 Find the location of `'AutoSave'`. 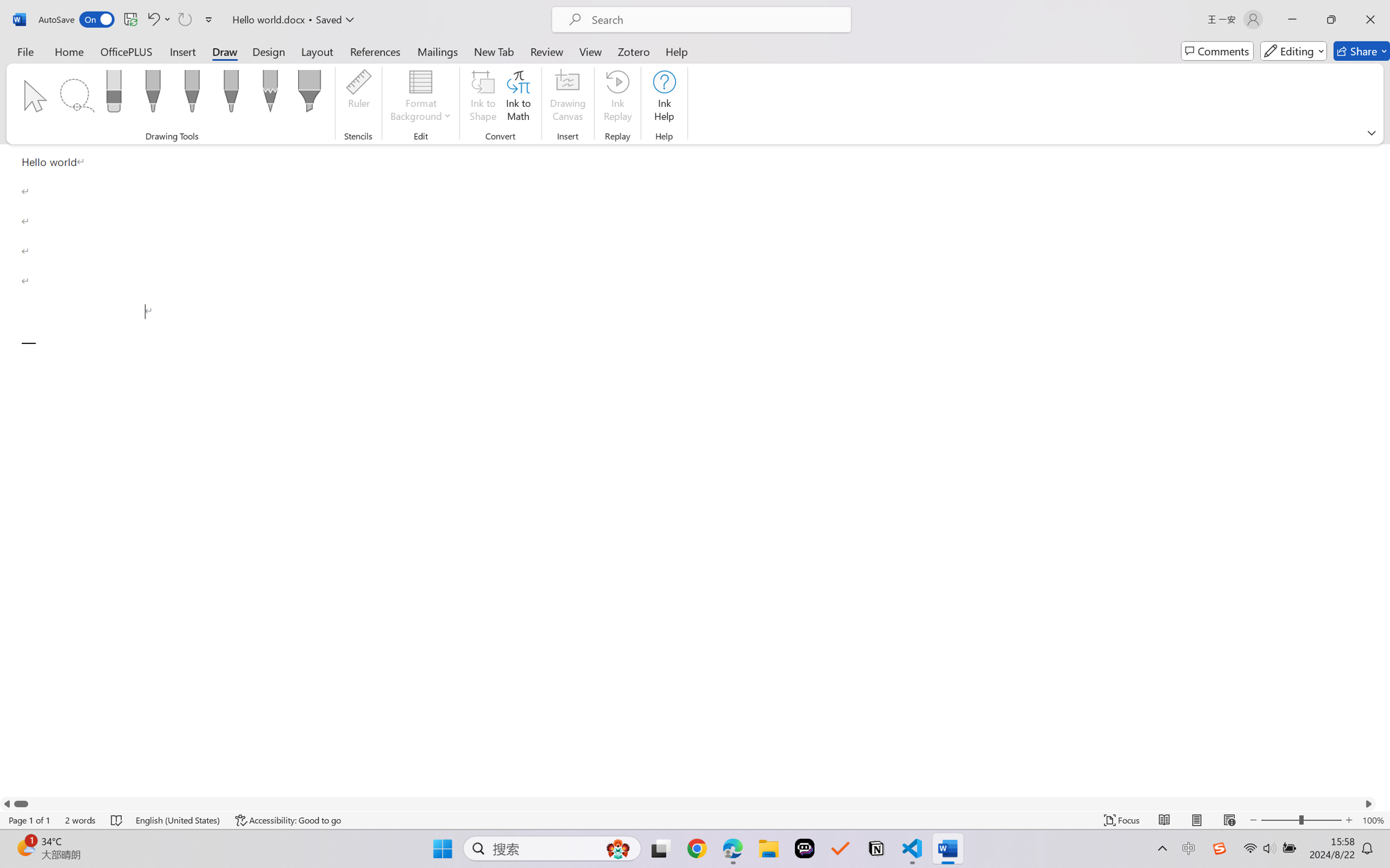

'AutoSave' is located at coordinates (76, 19).